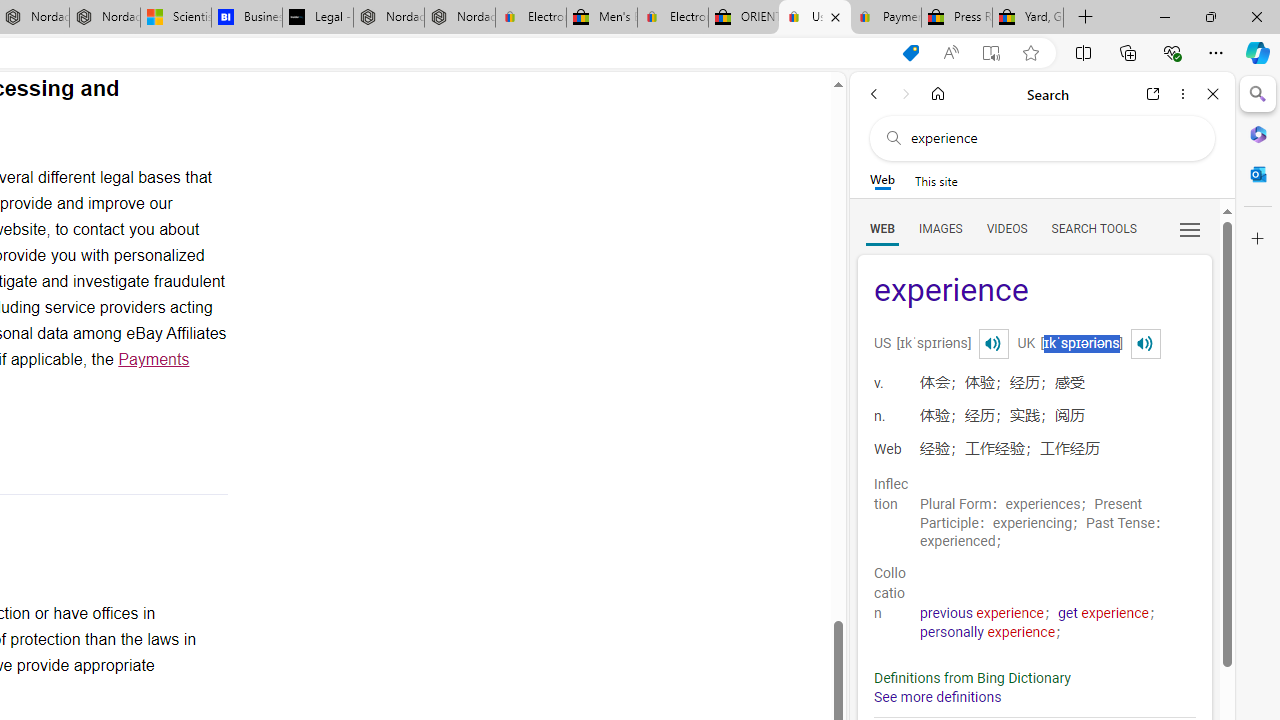 This screenshot has width=1280, height=720. Describe the element at coordinates (885, 17) in the screenshot. I see `'Payments Terms of Use | eBay.com'` at that location.